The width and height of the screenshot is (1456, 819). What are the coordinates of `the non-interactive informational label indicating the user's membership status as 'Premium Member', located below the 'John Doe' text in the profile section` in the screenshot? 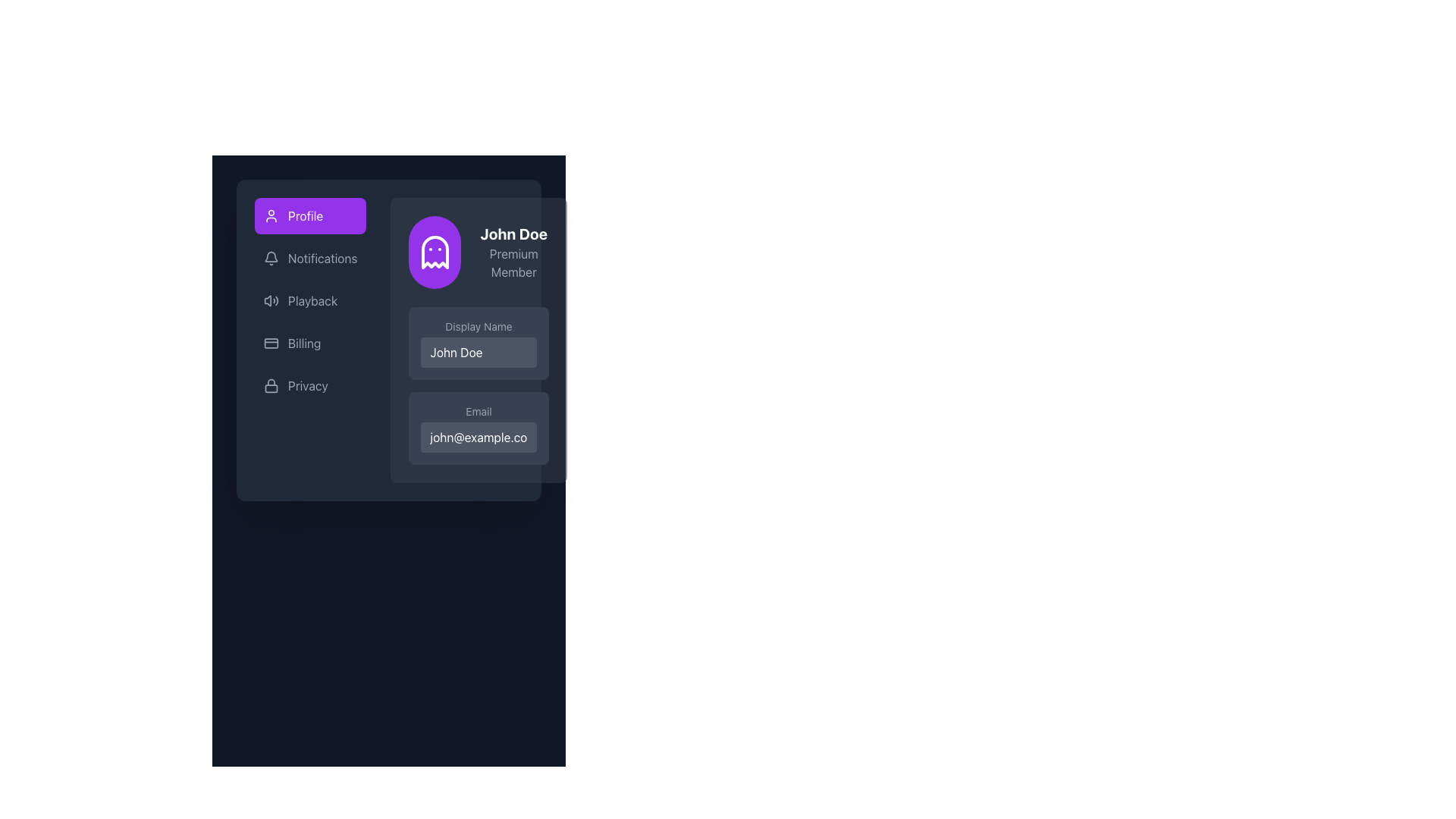 It's located at (513, 262).